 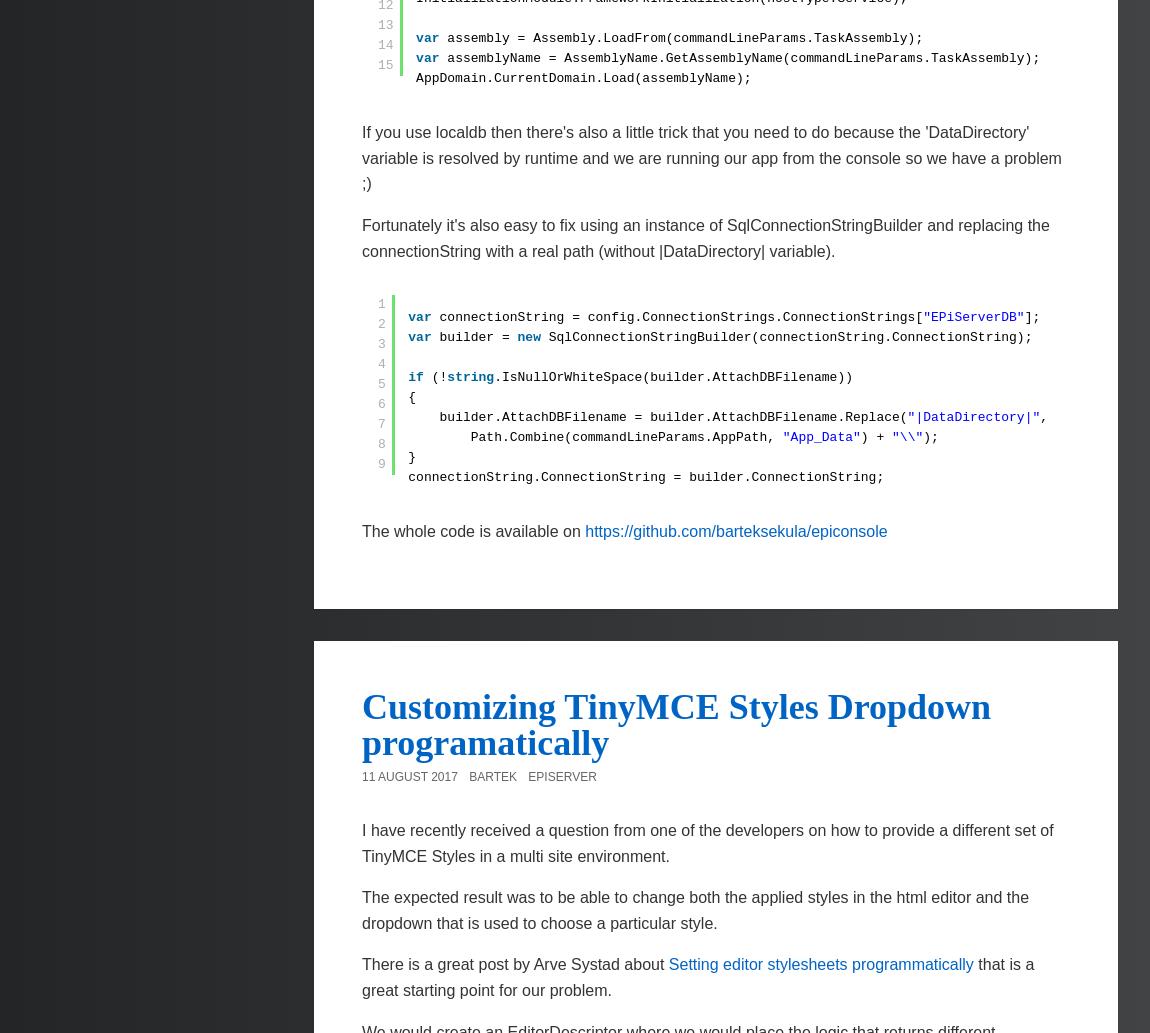 I want to click on '11 August 2017', so click(x=409, y=775).